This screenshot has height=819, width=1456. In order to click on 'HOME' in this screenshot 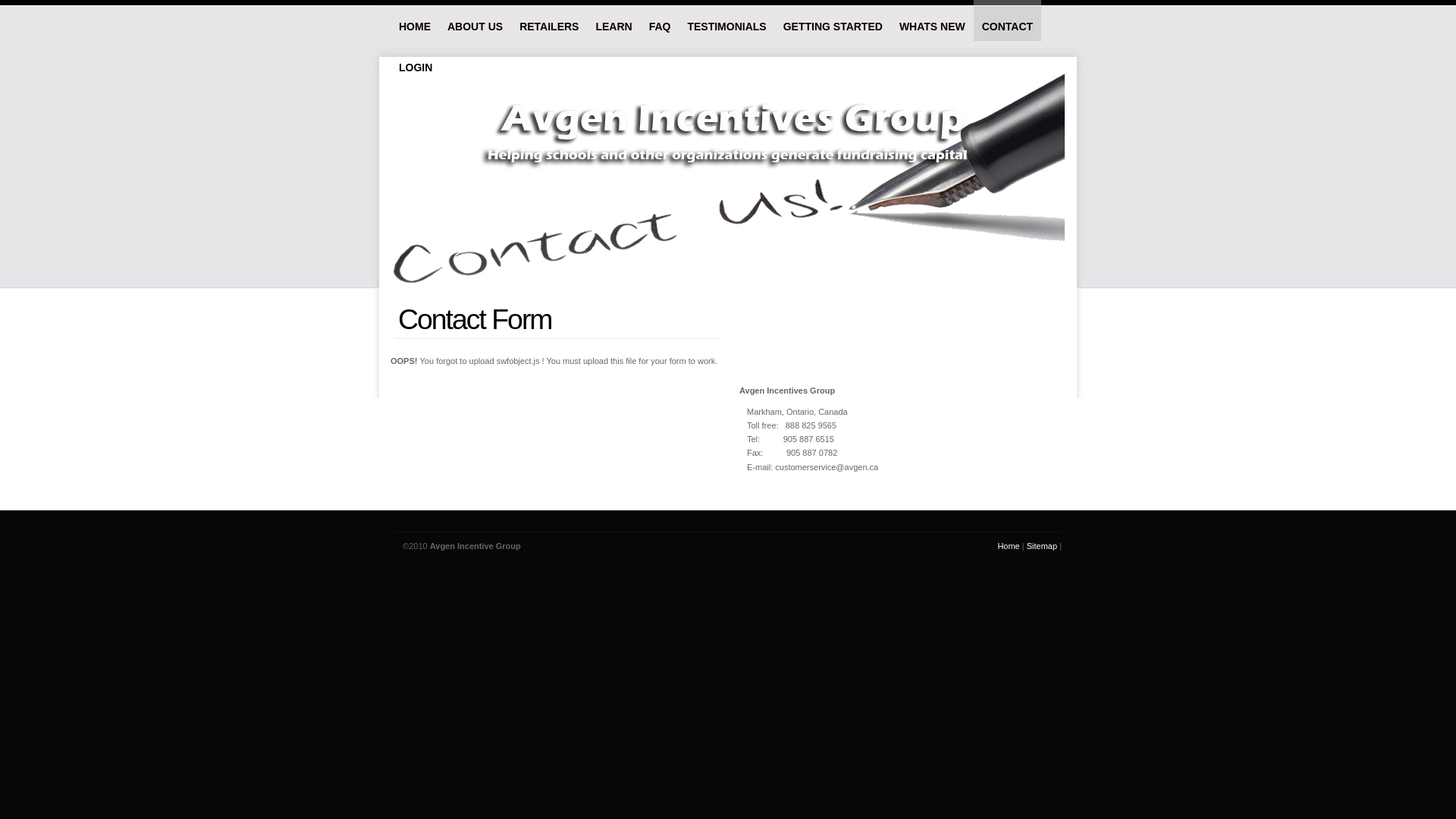, I will do `click(415, 20)`.